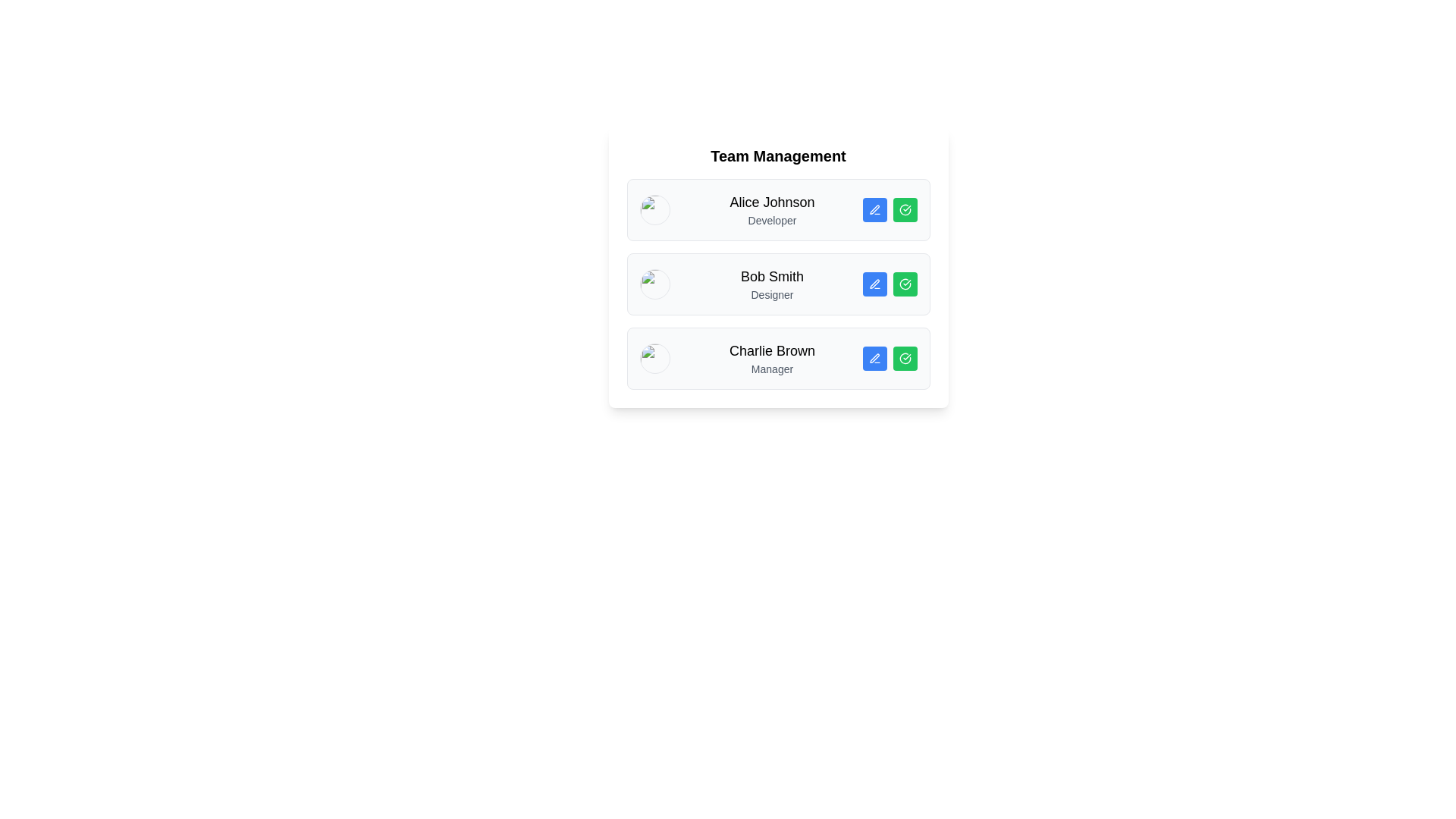  I want to click on the leftmost icon button in the cluster to the right of 'Bob Smith' in the second row of the list, so click(874, 284).